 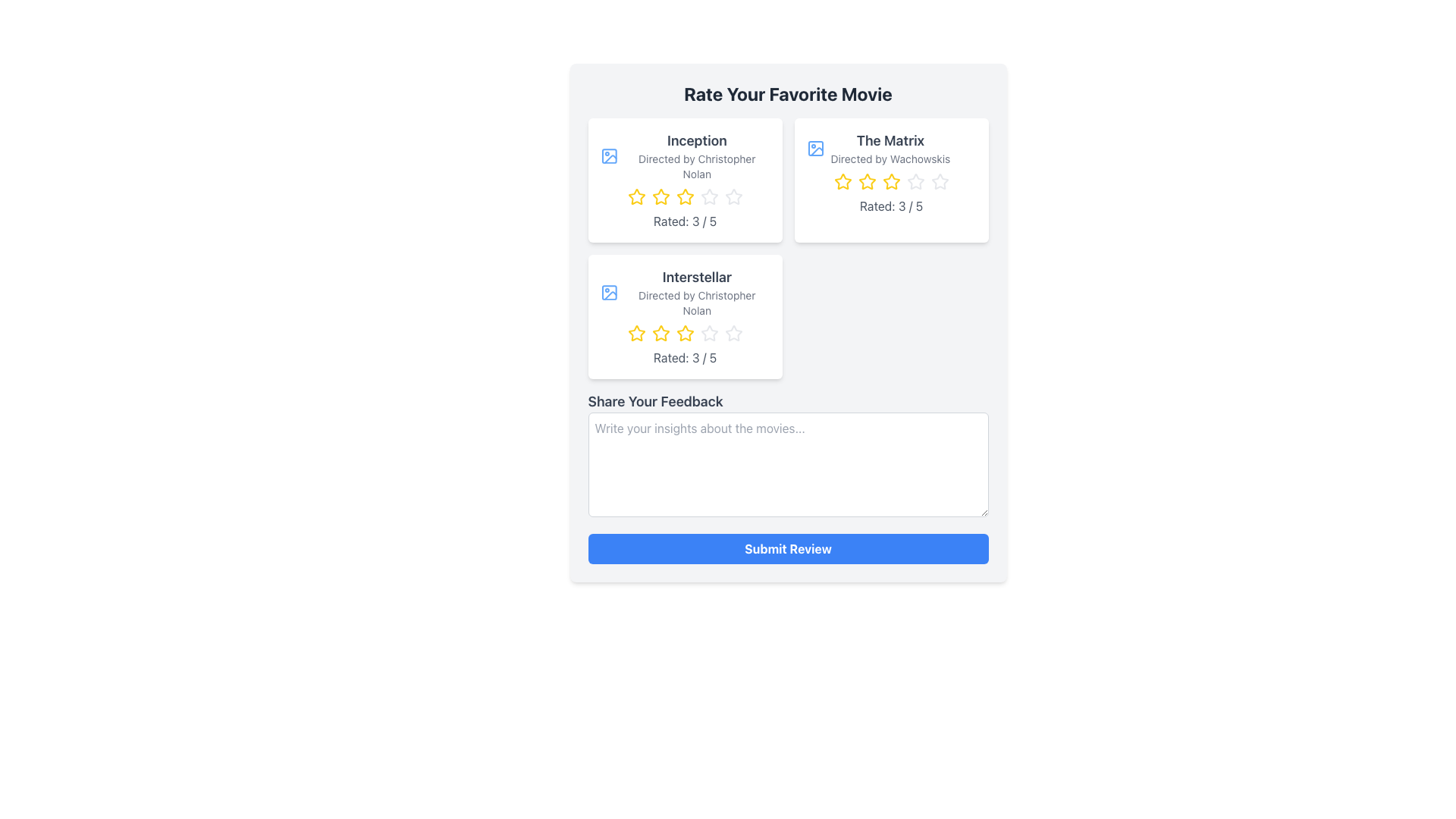 I want to click on the third yellow star icon in the rating widget for 'The Matrix' movie card, so click(x=891, y=180).